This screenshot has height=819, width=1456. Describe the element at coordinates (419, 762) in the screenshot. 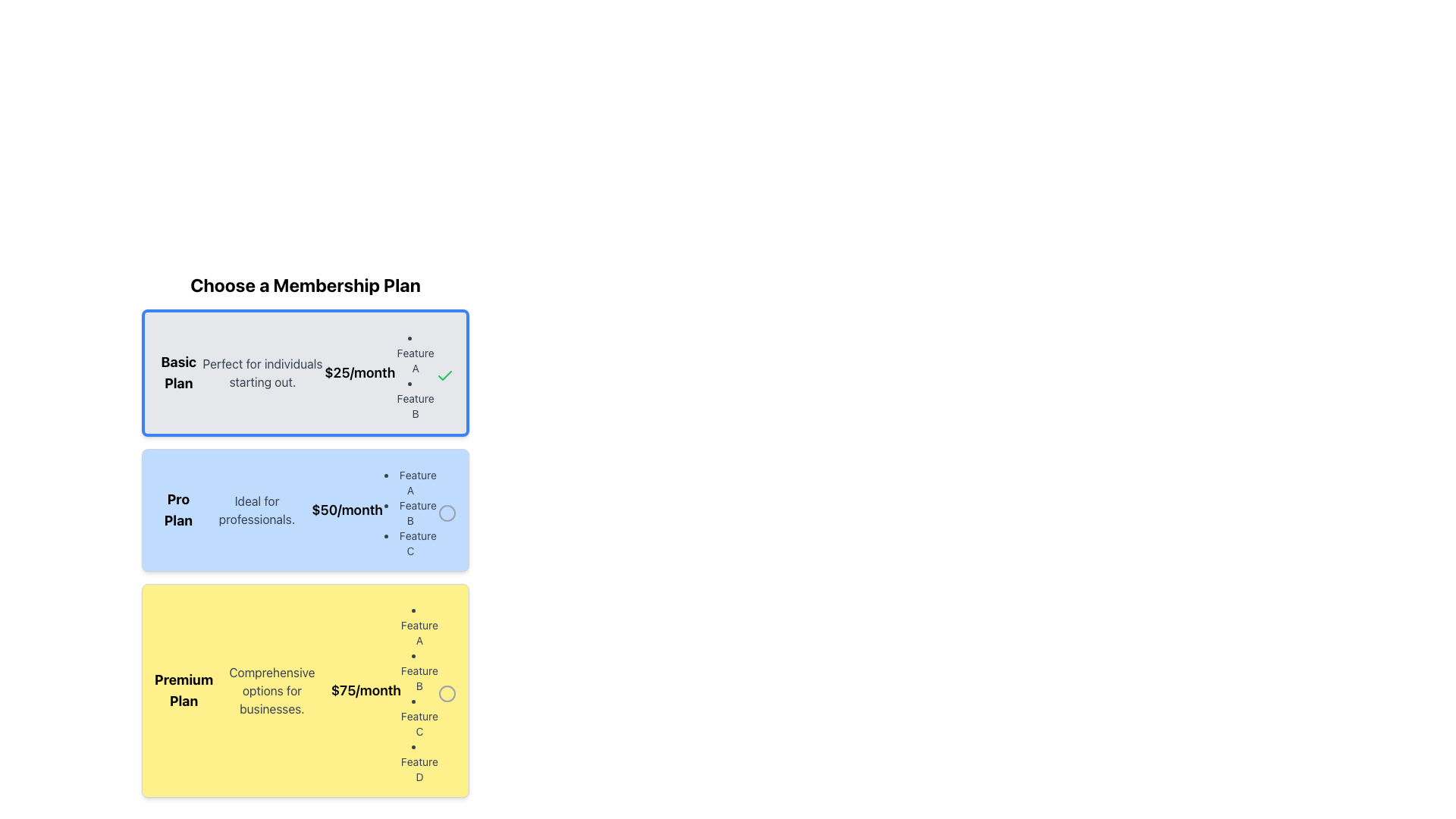

I see `the text label 'Feature D' which is the fourth item in a bulleted list within the 'Premium Plan' section, indicated by its black text on a yellow background` at that location.